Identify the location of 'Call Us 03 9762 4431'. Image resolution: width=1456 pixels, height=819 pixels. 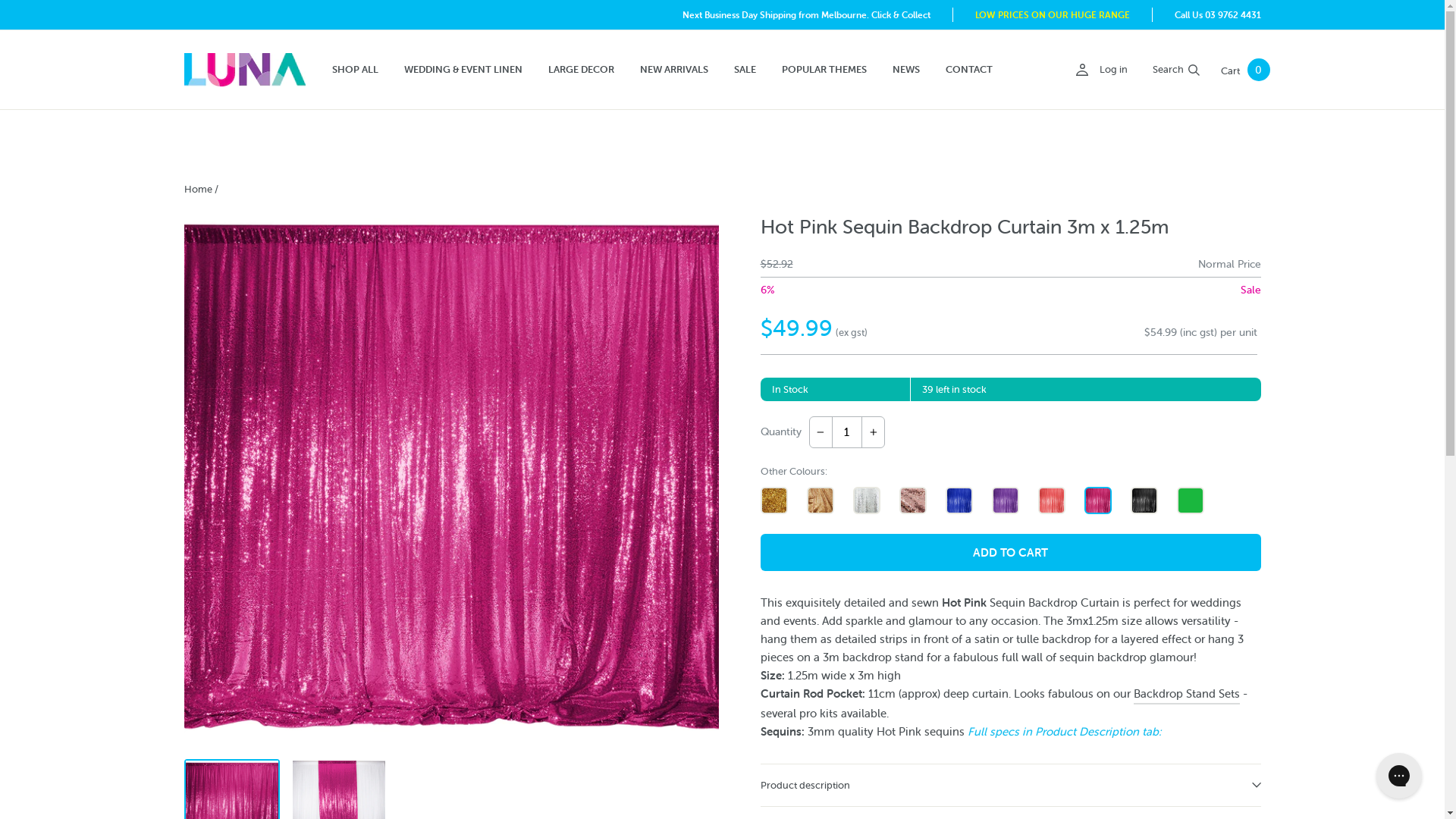
(1216, 14).